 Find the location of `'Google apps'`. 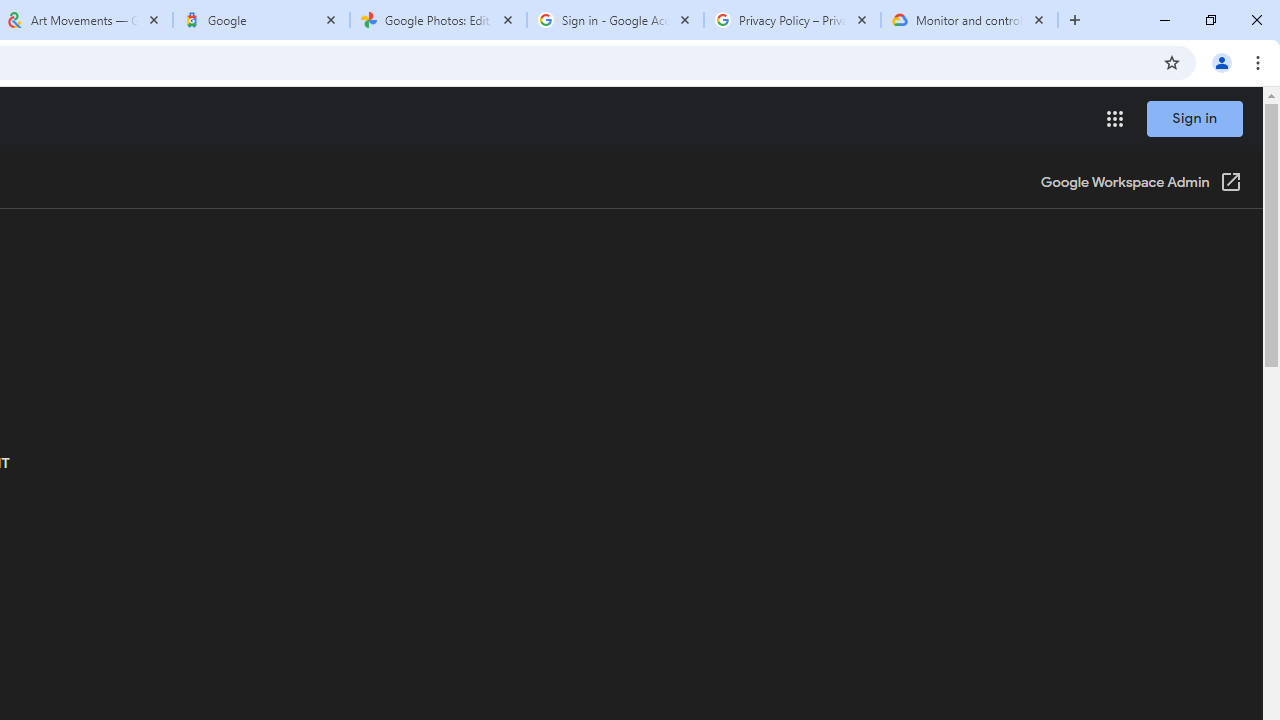

'Google apps' is located at coordinates (1113, 119).